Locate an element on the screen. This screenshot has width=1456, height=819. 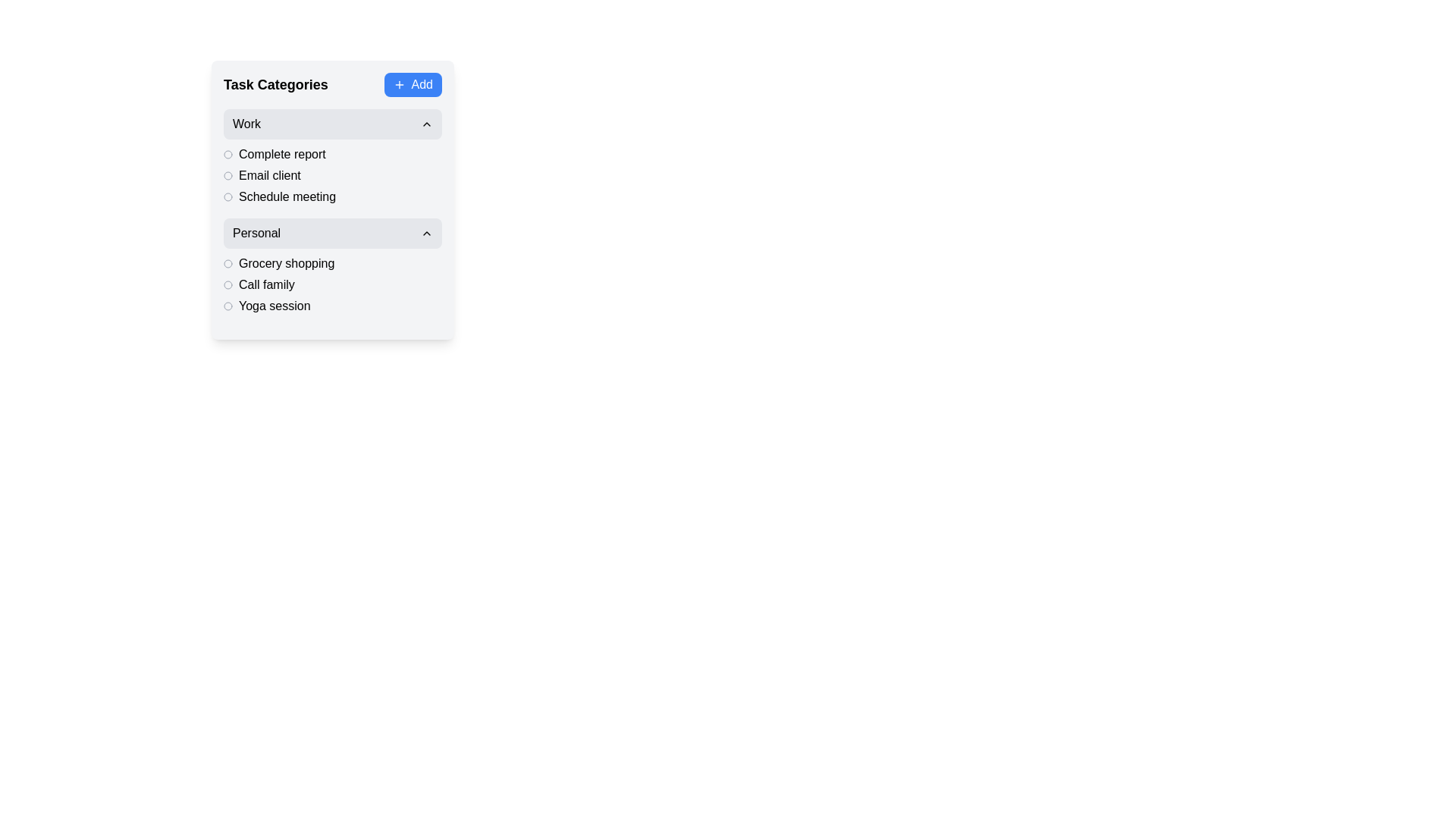
the first Selectable Circle Icon in the 'Work' category list is located at coordinates (227, 155).